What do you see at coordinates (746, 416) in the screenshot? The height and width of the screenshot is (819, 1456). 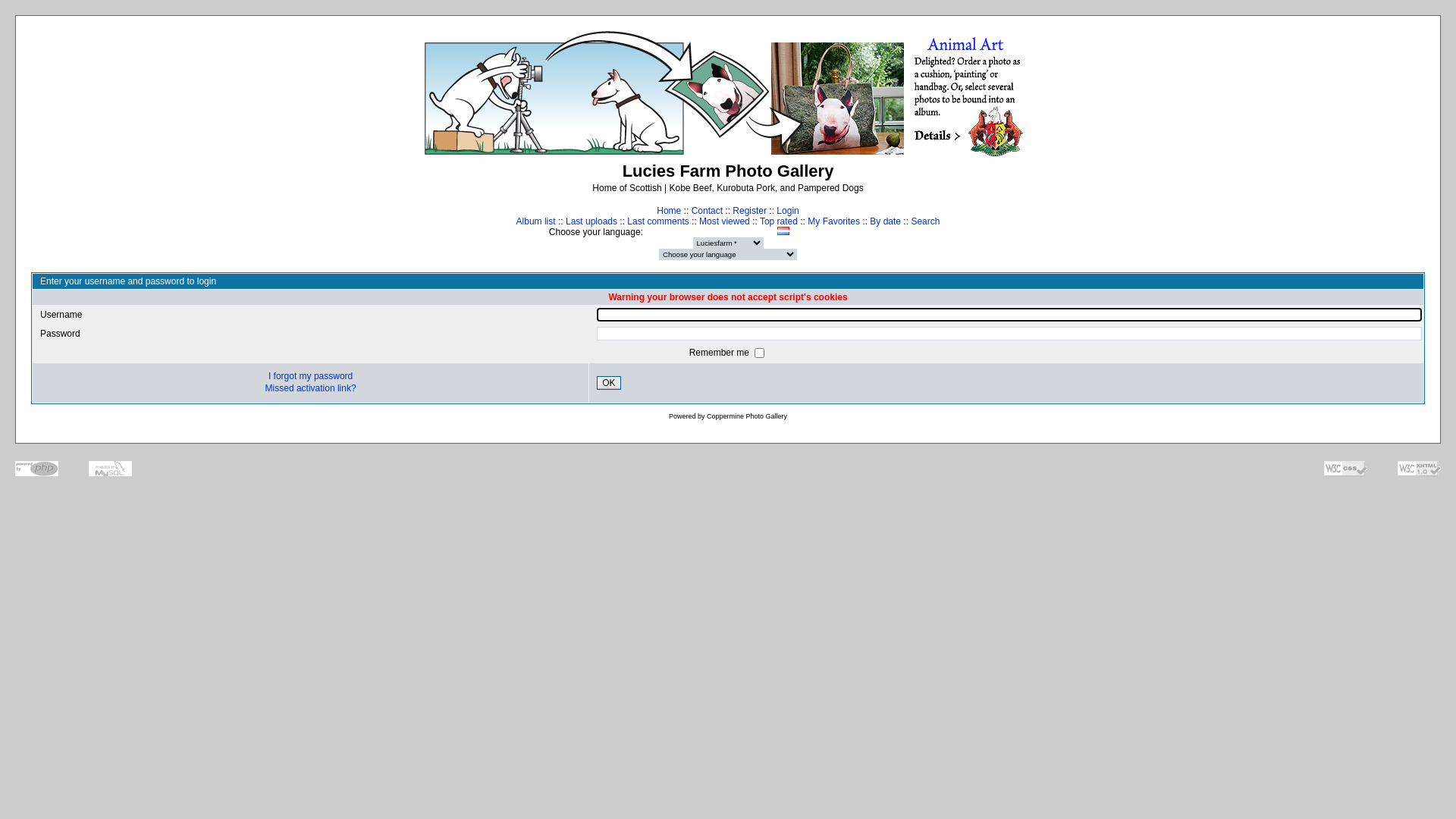 I see `'Coppermine Photo Gallery'` at bounding box center [746, 416].